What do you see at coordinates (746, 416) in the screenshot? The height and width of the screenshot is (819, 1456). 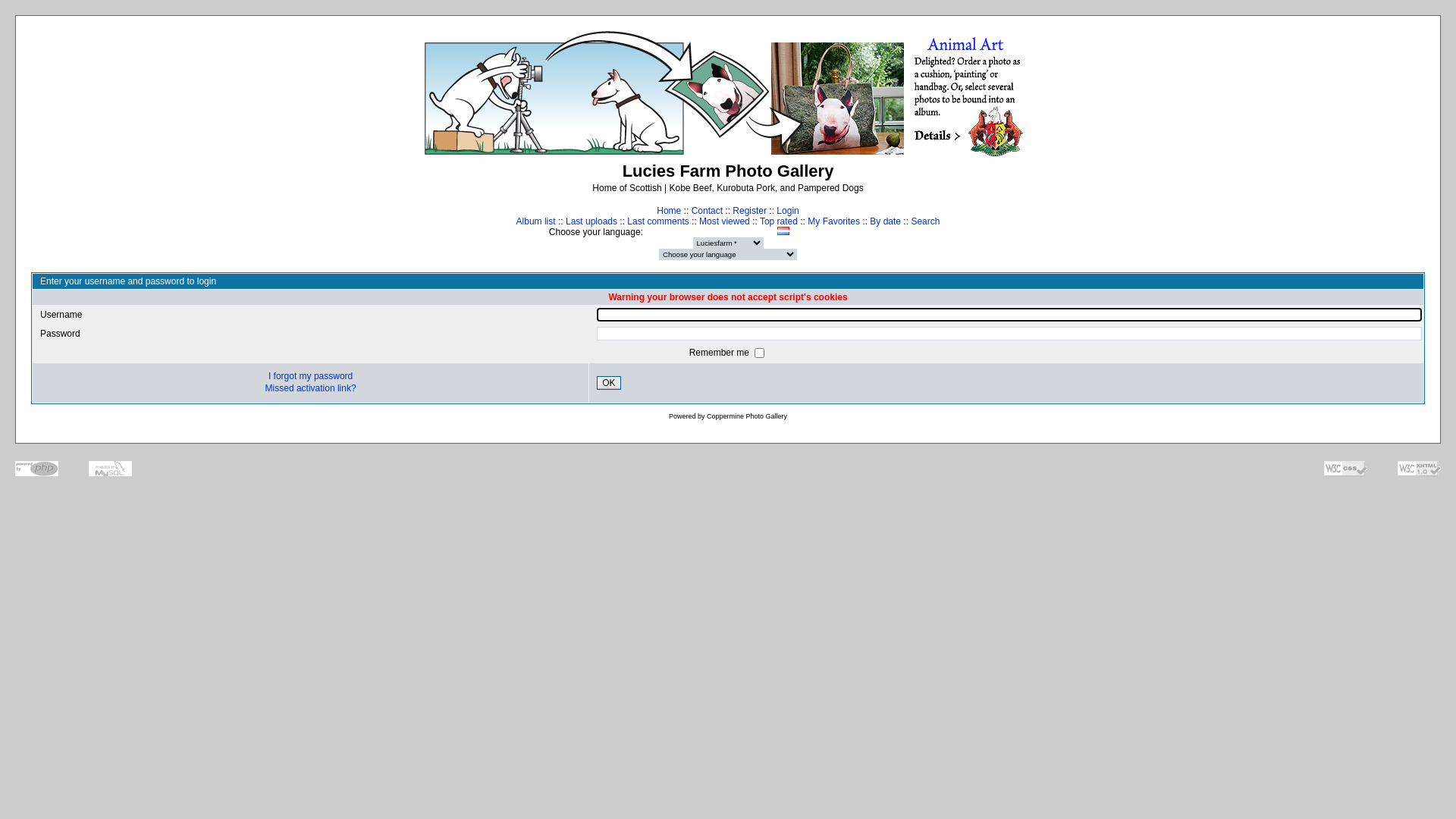 I see `'Coppermine Photo Gallery'` at bounding box center [746, 416].